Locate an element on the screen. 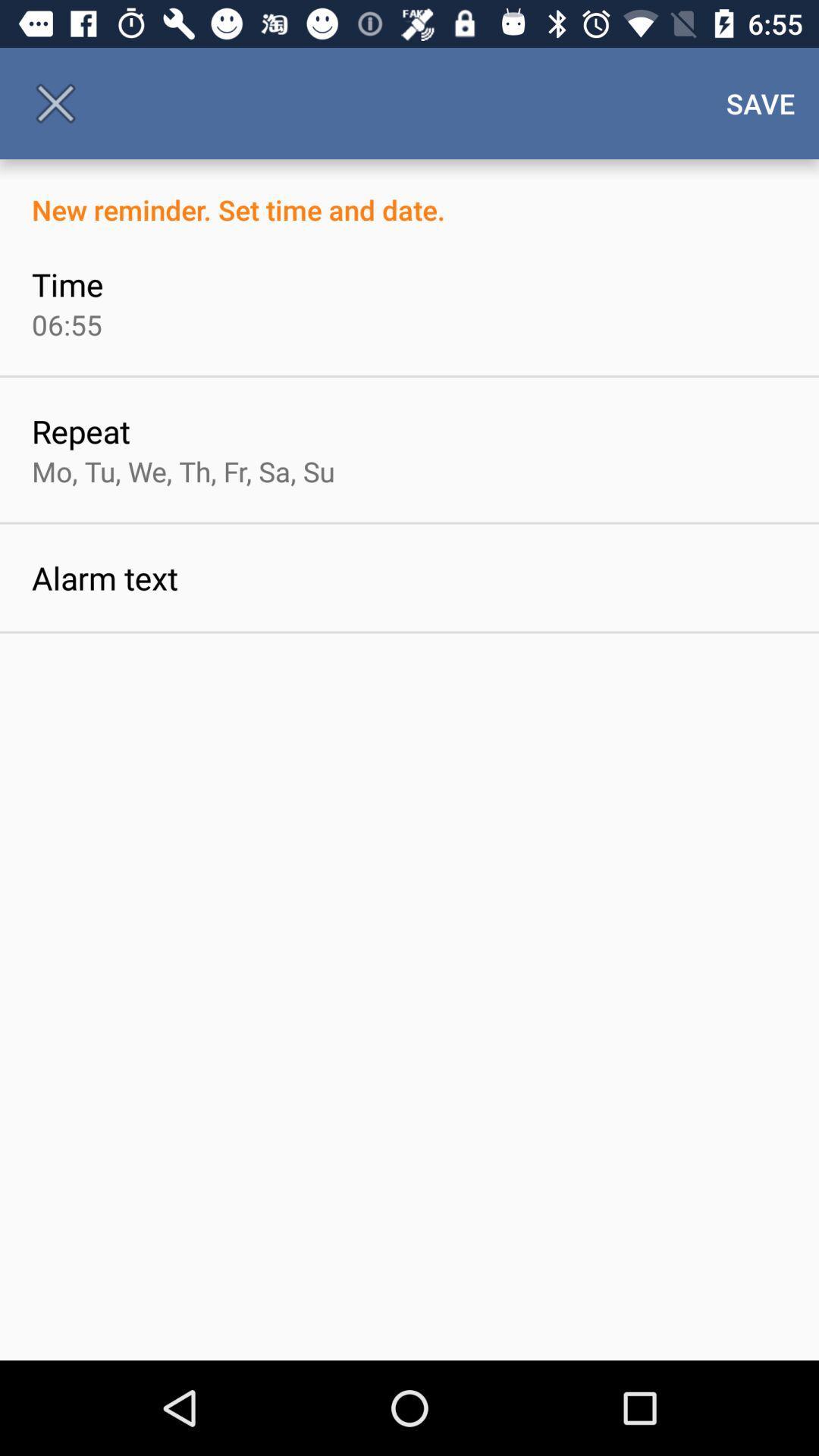 The height and width of the screenshot is (1456, 819). the icon to the left of the save item is located at coordinates (55, 102).